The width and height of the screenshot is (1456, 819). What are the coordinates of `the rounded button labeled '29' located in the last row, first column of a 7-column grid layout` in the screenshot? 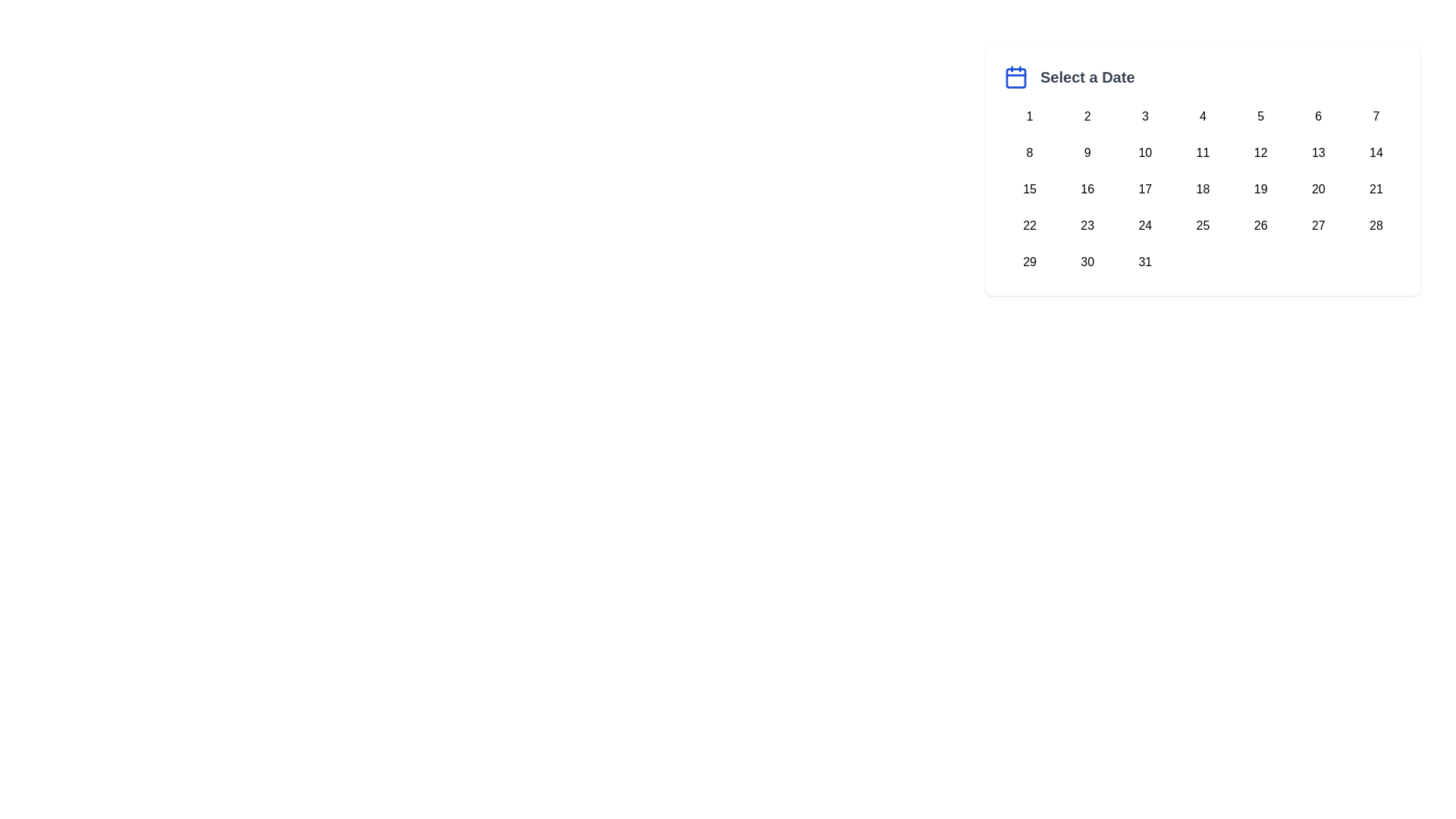 It's located at (1030, 262).